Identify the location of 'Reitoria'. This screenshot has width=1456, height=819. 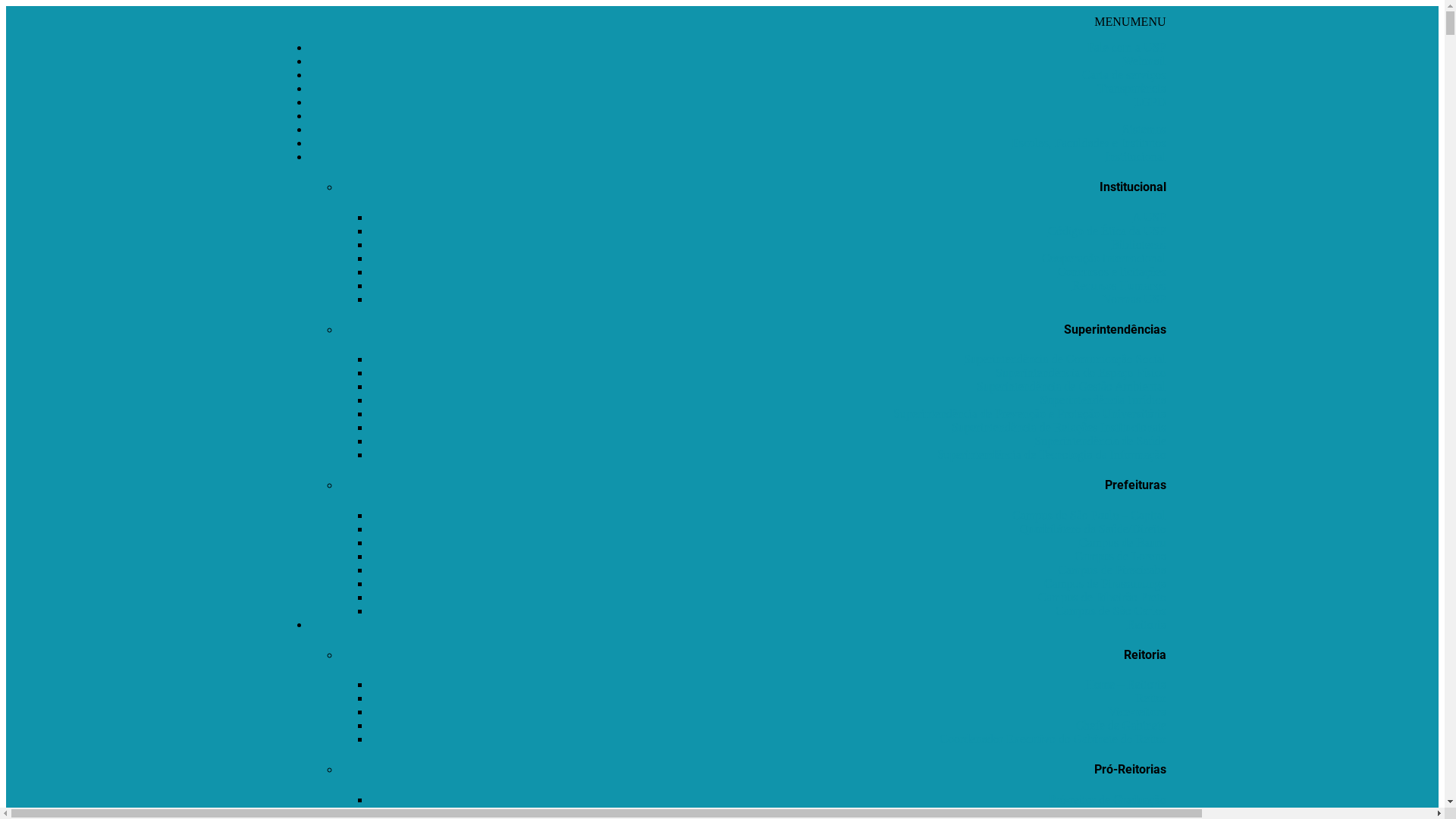
(1147, 624).